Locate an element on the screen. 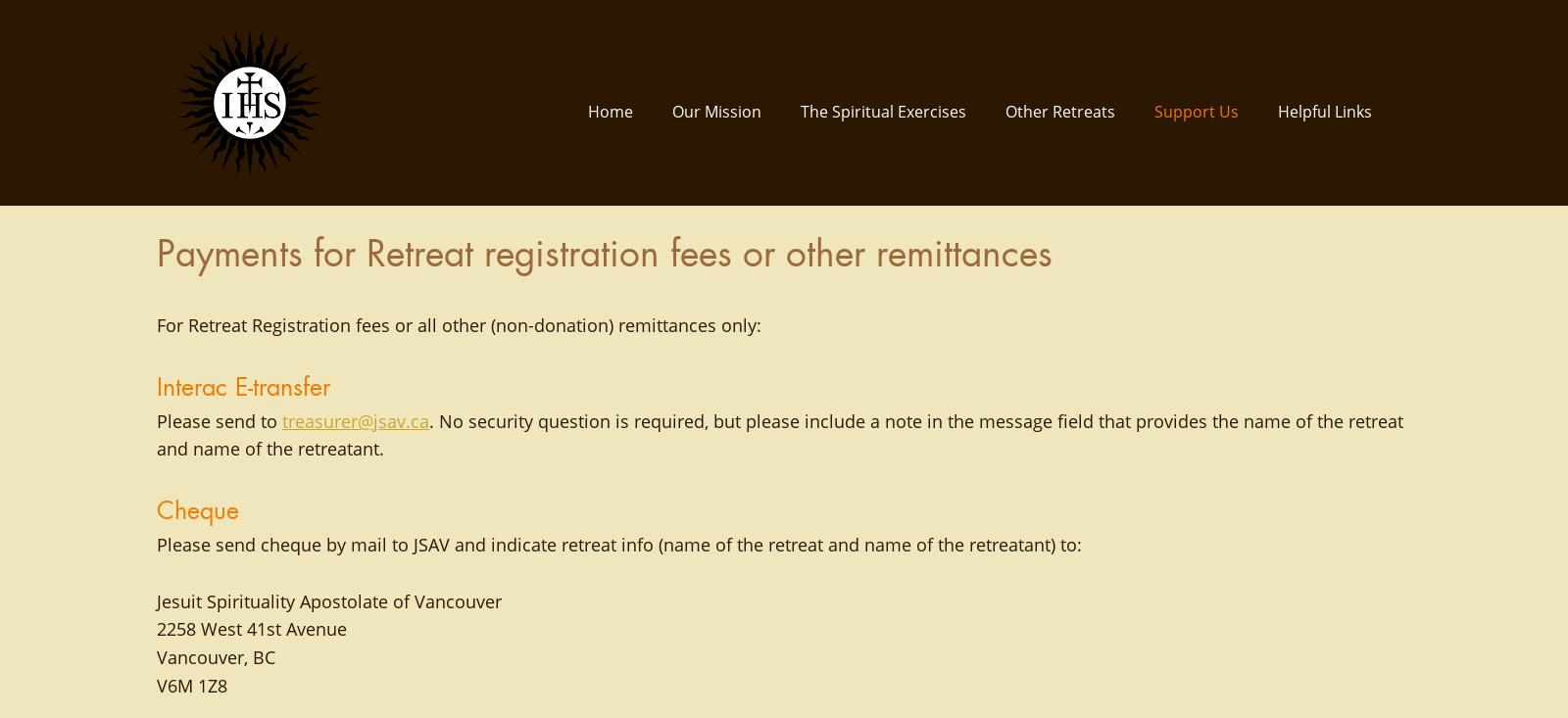 This screenshot has width=1568, height=718. 'treasurer@jsav.ca' is located at coordinates (356, 420).